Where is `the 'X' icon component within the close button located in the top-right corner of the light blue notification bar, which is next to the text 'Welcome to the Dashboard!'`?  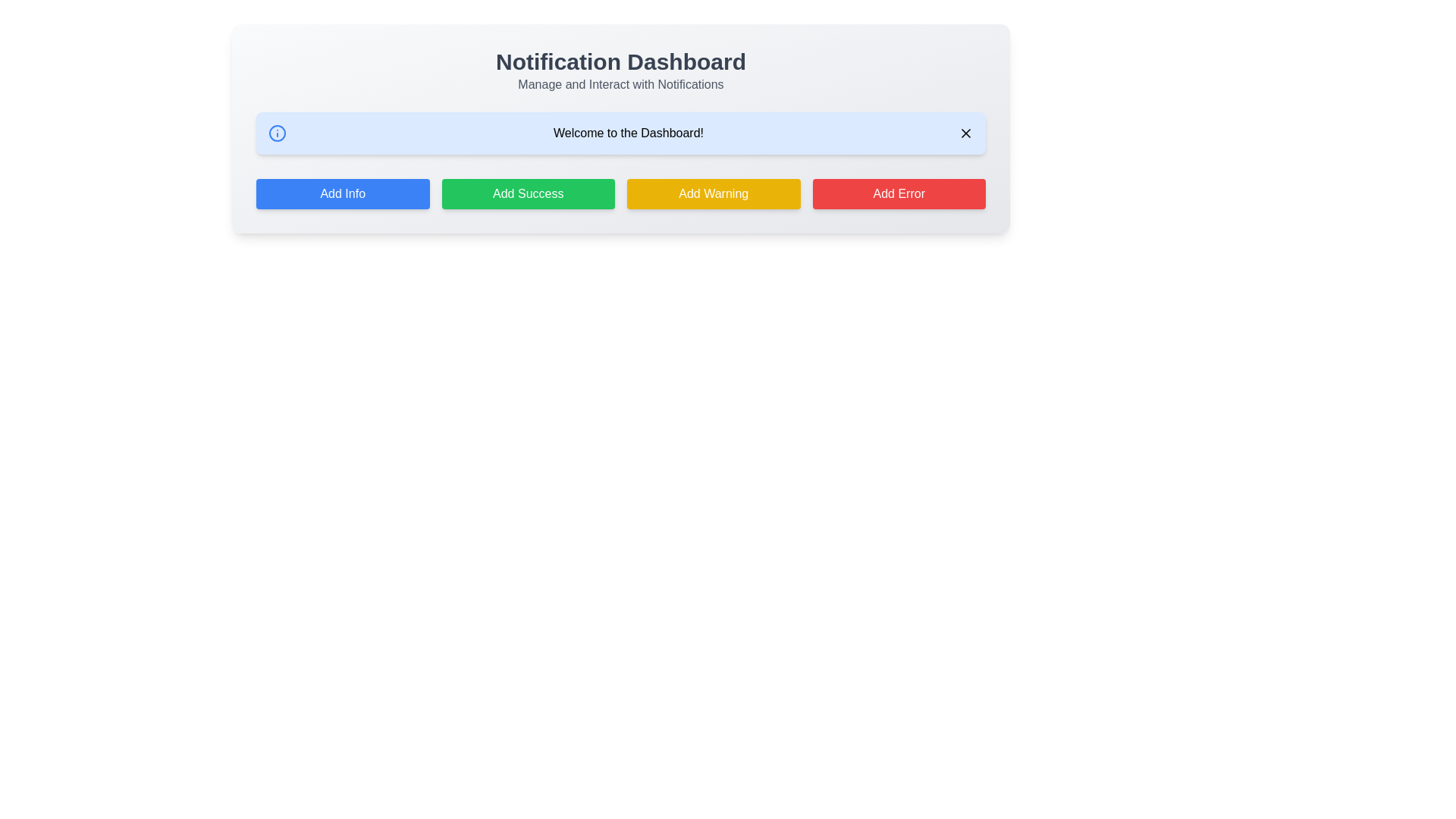
the 'X' icon component within the close button located in the top-right corner of the light blue notification bar, which is next to the text 'Welcome to the Dashboard!' is located at coordinates (965, 133).